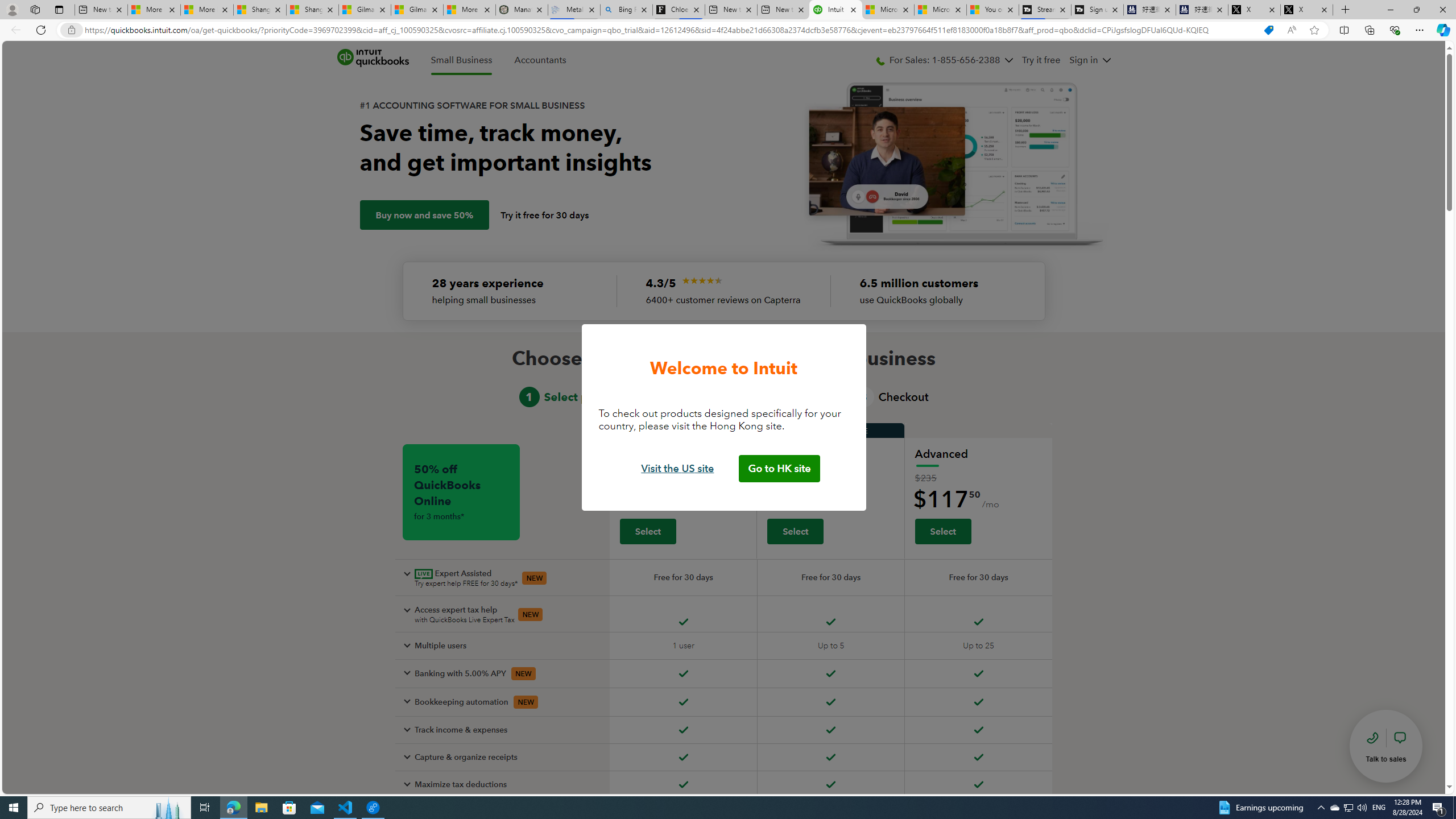 Image resolution: width=1456 pixels, height=819 pixels. What do you see at coordinates (679, 9) in the screenshot?
I see `'Chloe Sorvino'` at bounding box center [679, 9].